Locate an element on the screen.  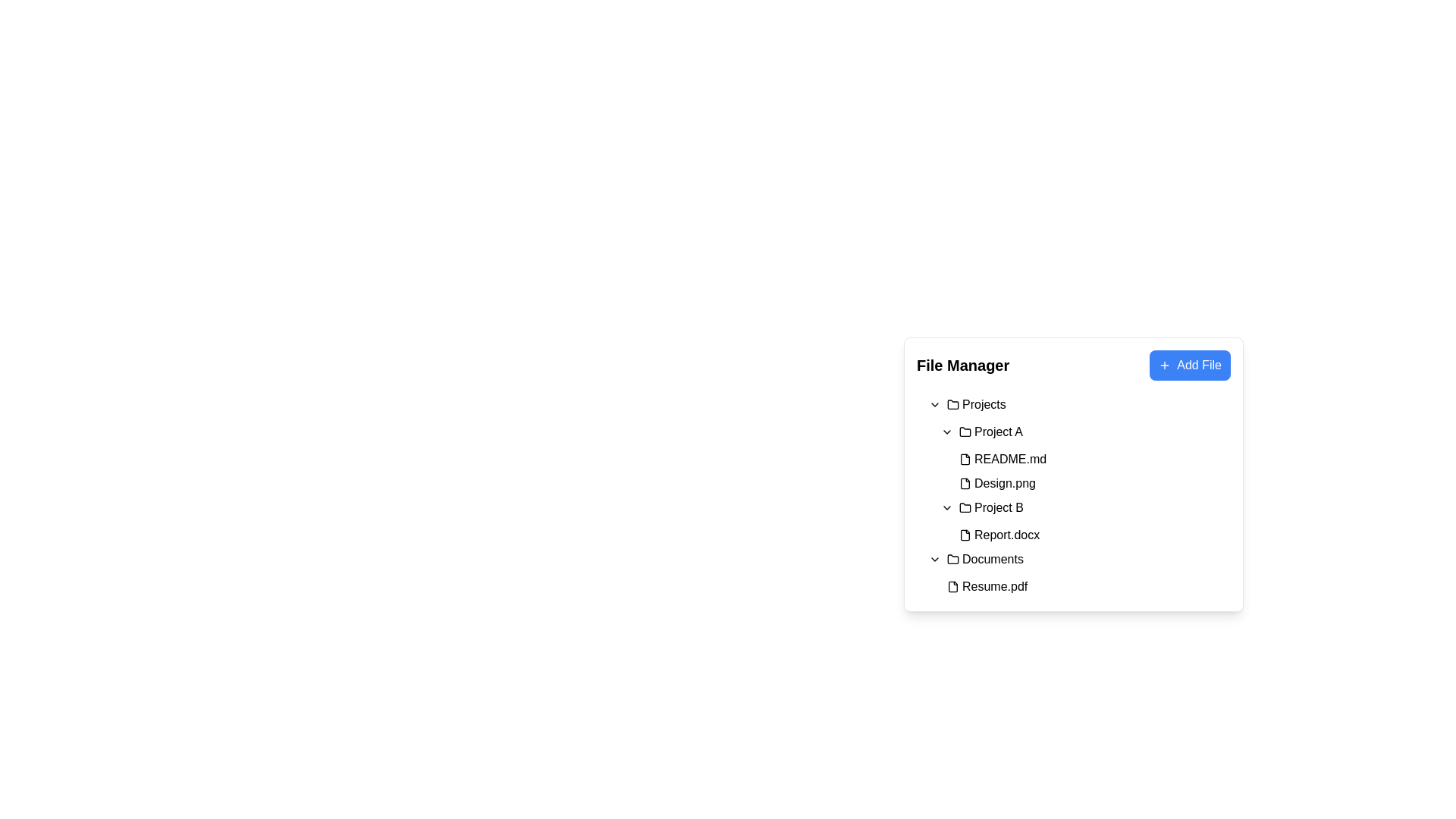
the document file icon located in the 'Projects' section of the 'File Manager' sidebar, specifically to the left of the text 'Report.docx' is located at coordinates (964, 534).